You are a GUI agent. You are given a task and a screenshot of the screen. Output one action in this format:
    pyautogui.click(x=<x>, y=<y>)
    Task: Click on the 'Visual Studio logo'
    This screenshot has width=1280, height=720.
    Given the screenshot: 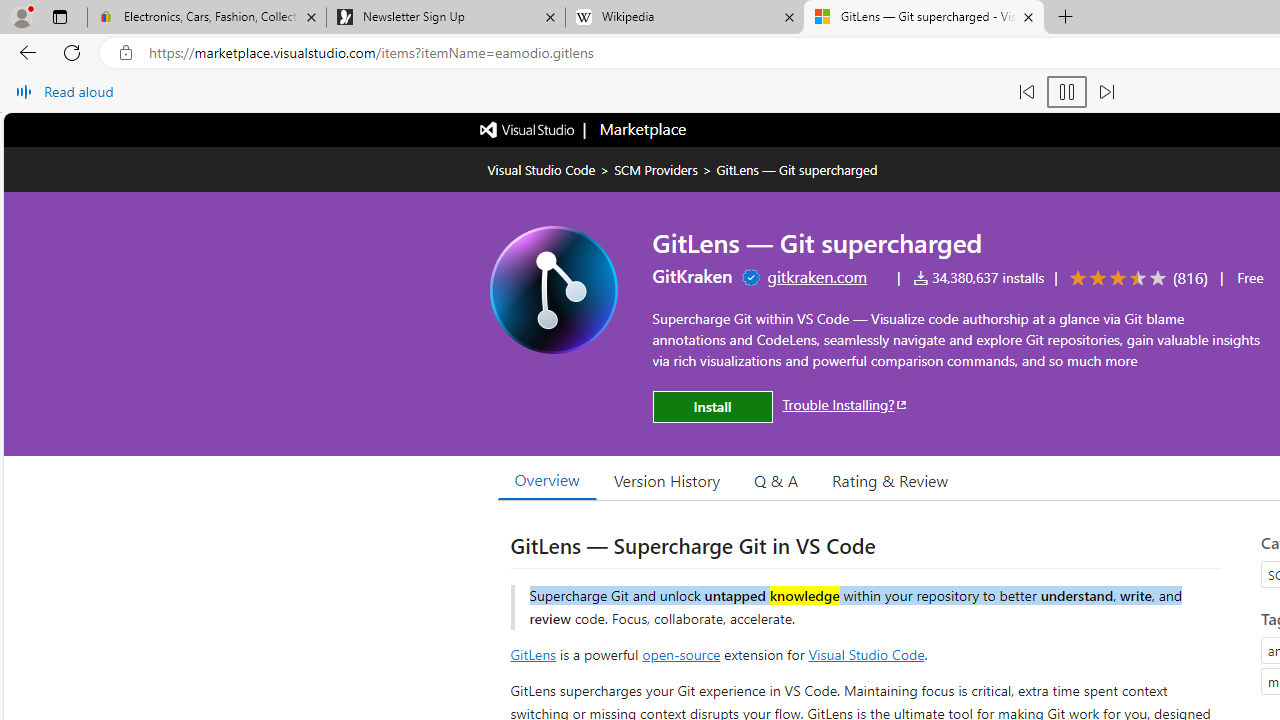 What is the action you would take?
    pyautogui.click(x=528, y=128)
    